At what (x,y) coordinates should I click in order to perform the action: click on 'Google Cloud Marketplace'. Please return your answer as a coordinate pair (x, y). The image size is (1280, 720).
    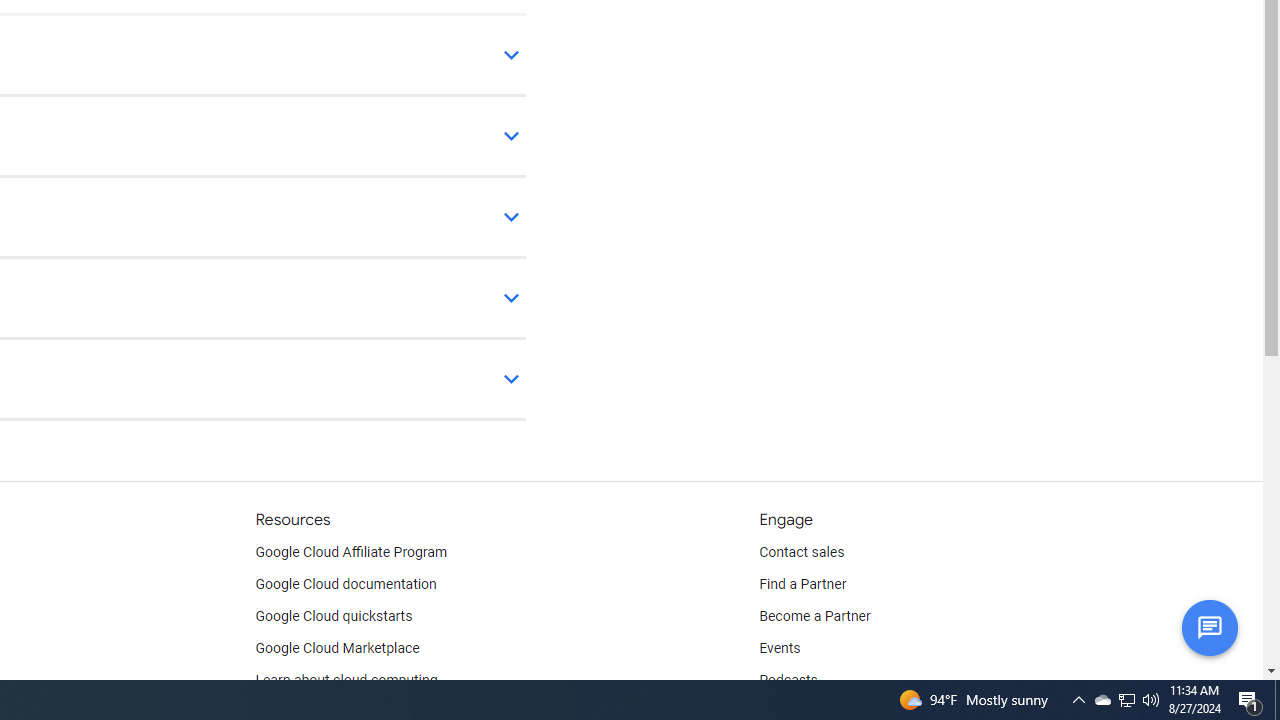
    Looking at the image, I should click on (337, 649).